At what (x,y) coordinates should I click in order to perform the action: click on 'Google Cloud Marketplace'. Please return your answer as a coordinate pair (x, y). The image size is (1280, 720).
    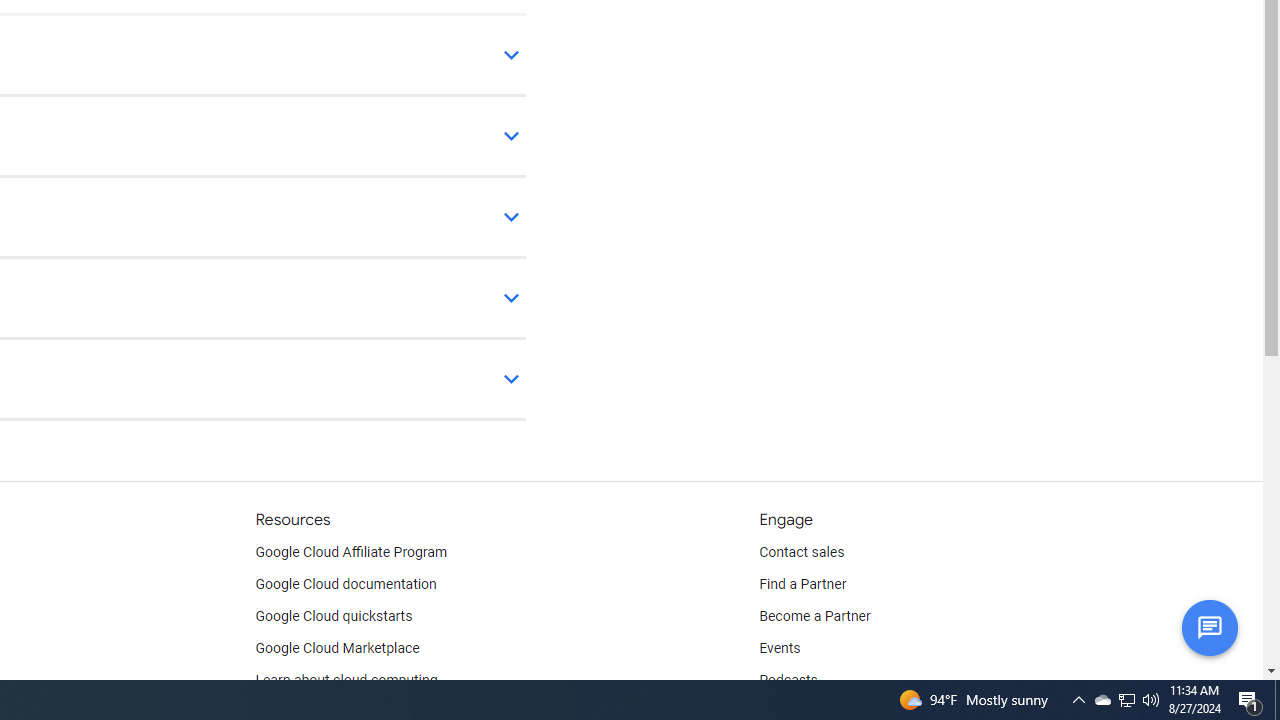
    Looking at the image, I should click on (337, 649).